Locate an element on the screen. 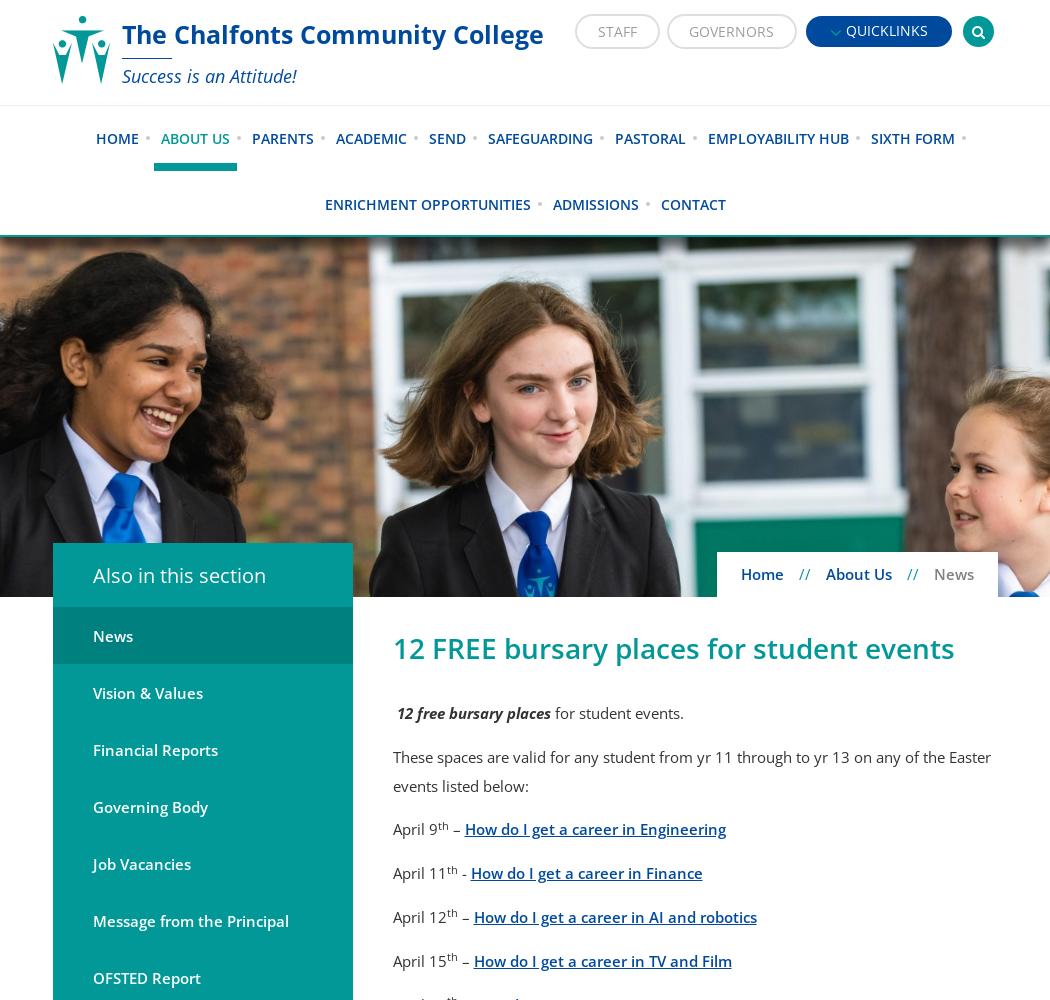 Image resolution: width=1050 pixels, height=1000 pixels. 'The Chalfonts Community College' is located at coordinates (119, 34).